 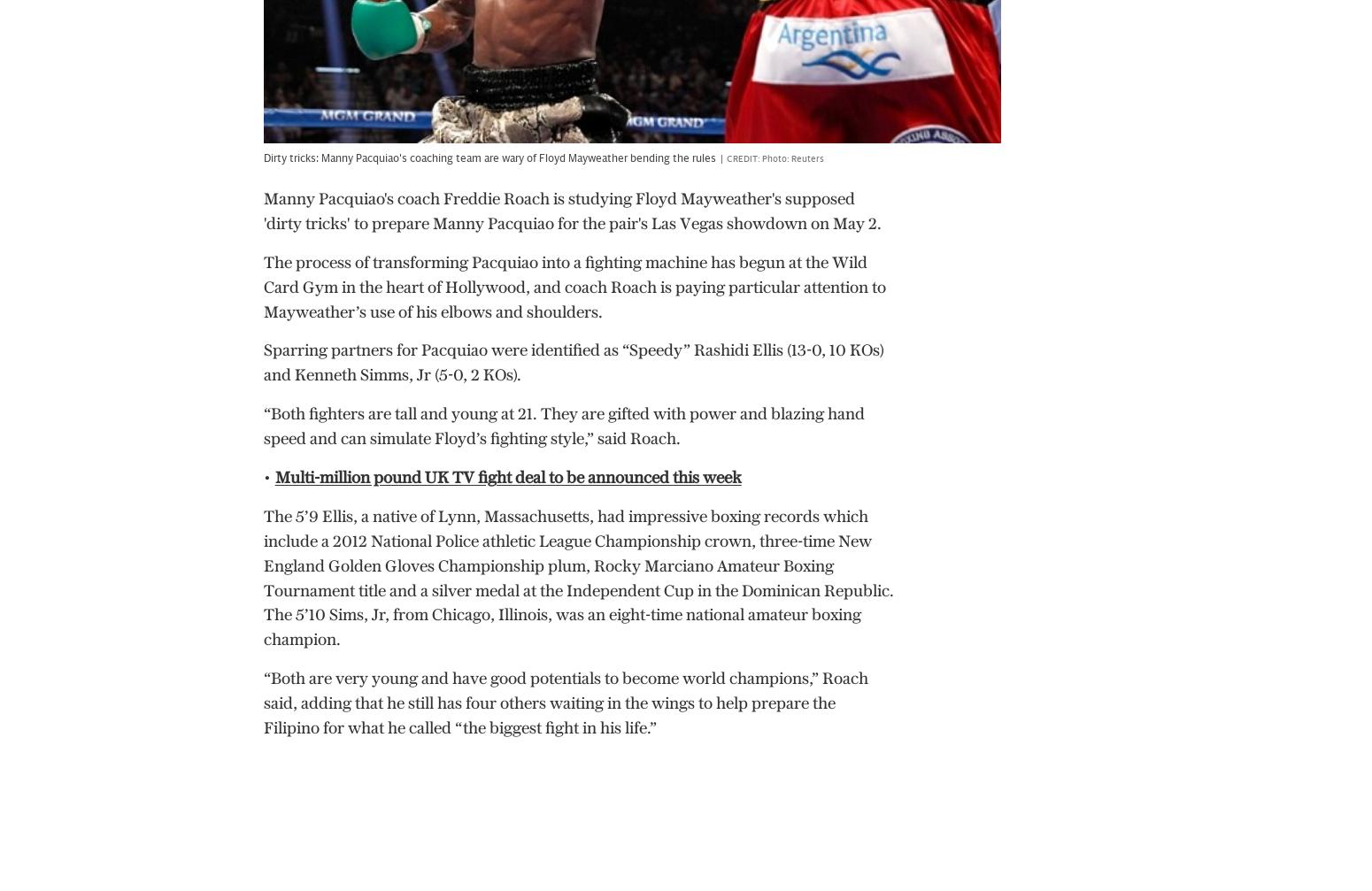 What do you see at coordinates (358, 834) in the screenshot?
I see `'Modern Slavery'` at bounding box center [358, 834].